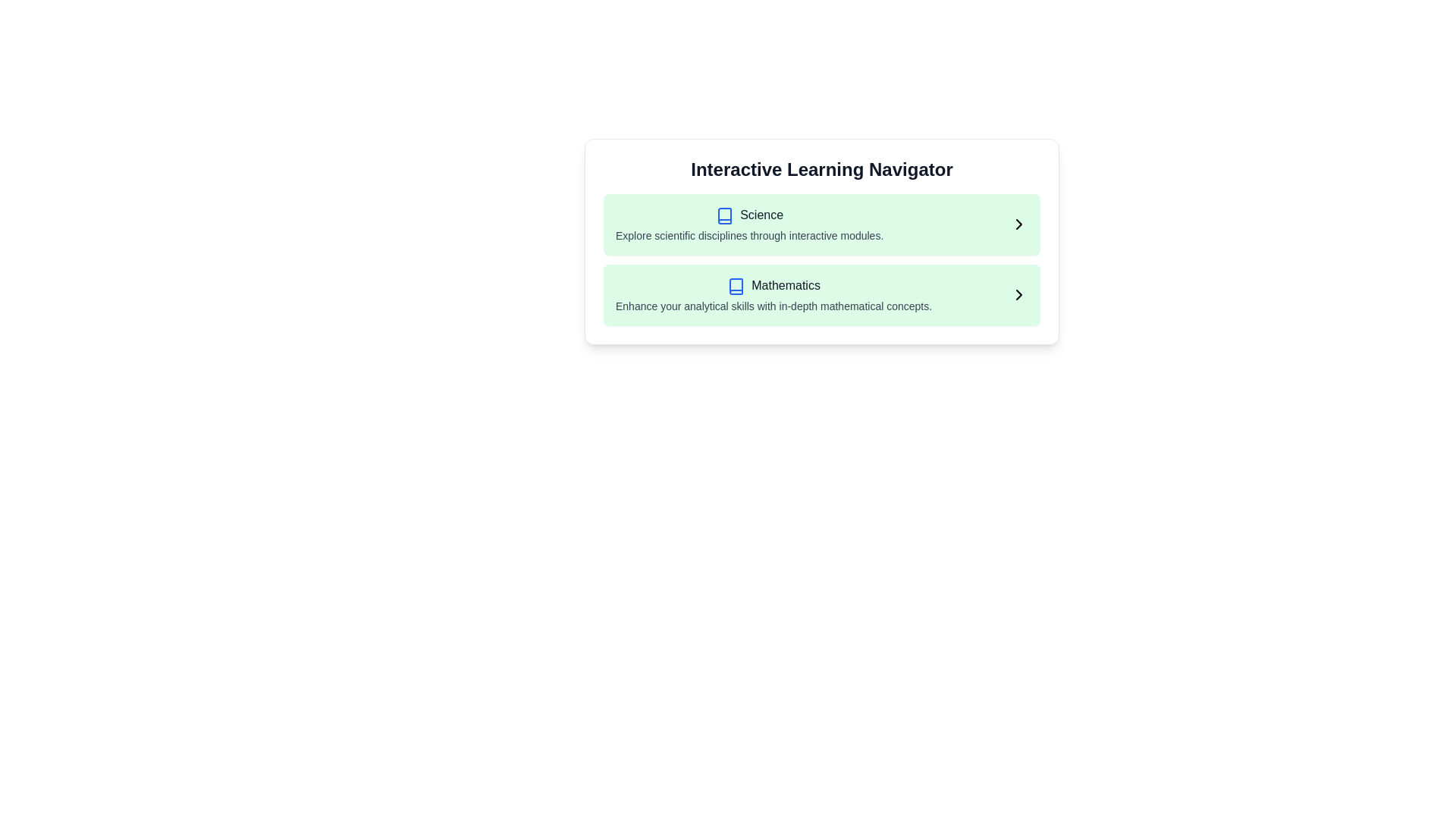  Describe the element at coordinates (1019, 295) in the screenshot. I see `the right-facing chevron icon for navigation located next to the 'Mathematics' option in the Interactive Learning Navigator` at that location.